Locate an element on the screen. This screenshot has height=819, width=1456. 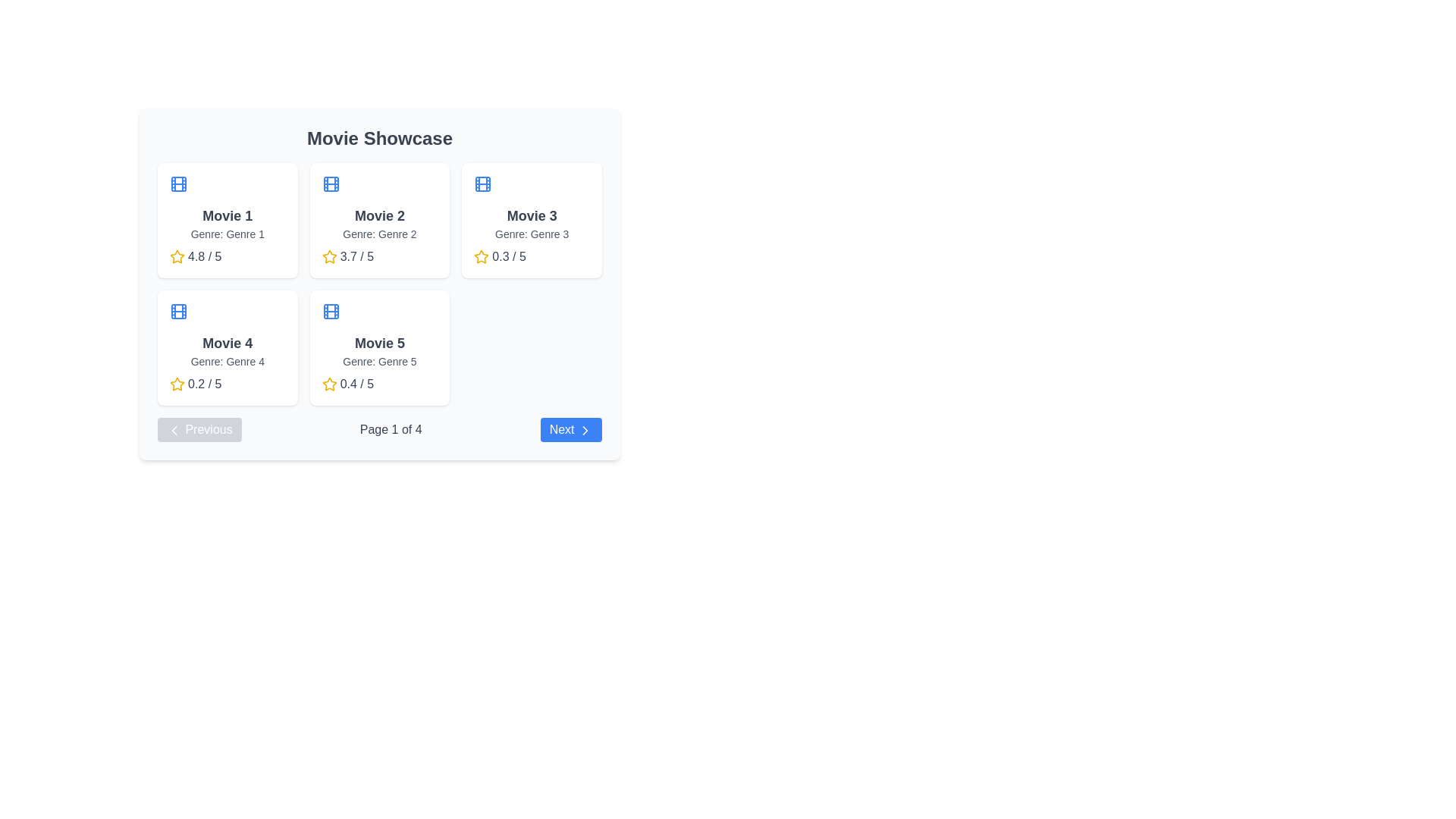
the second movie card in the grid layout is located at coordinates (379, 220).